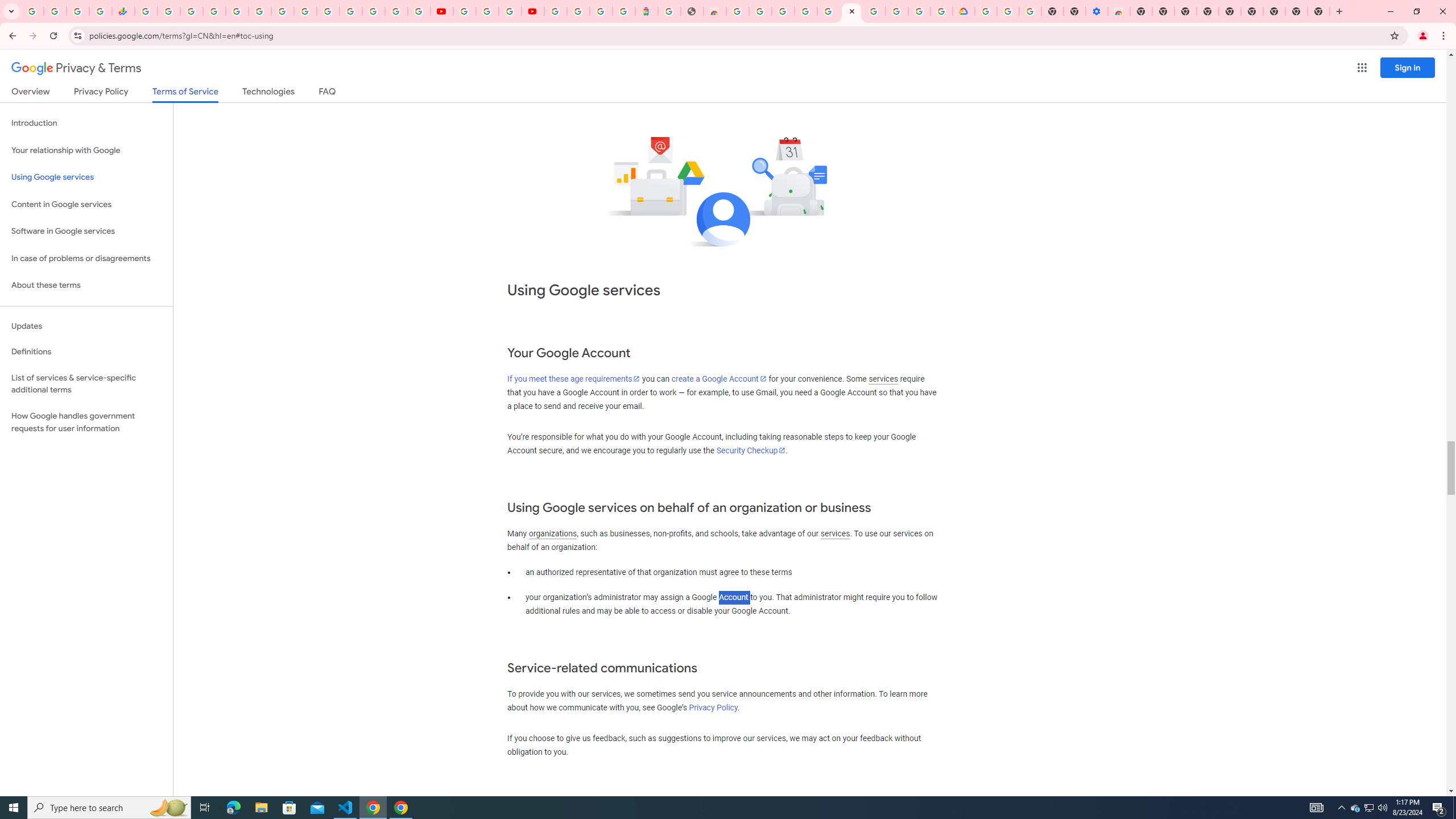  Describe the element at coordinates (282, 11) in the screenshot. I see `'Android TV Policies and Guidelines - Transparency Center'` at that location.